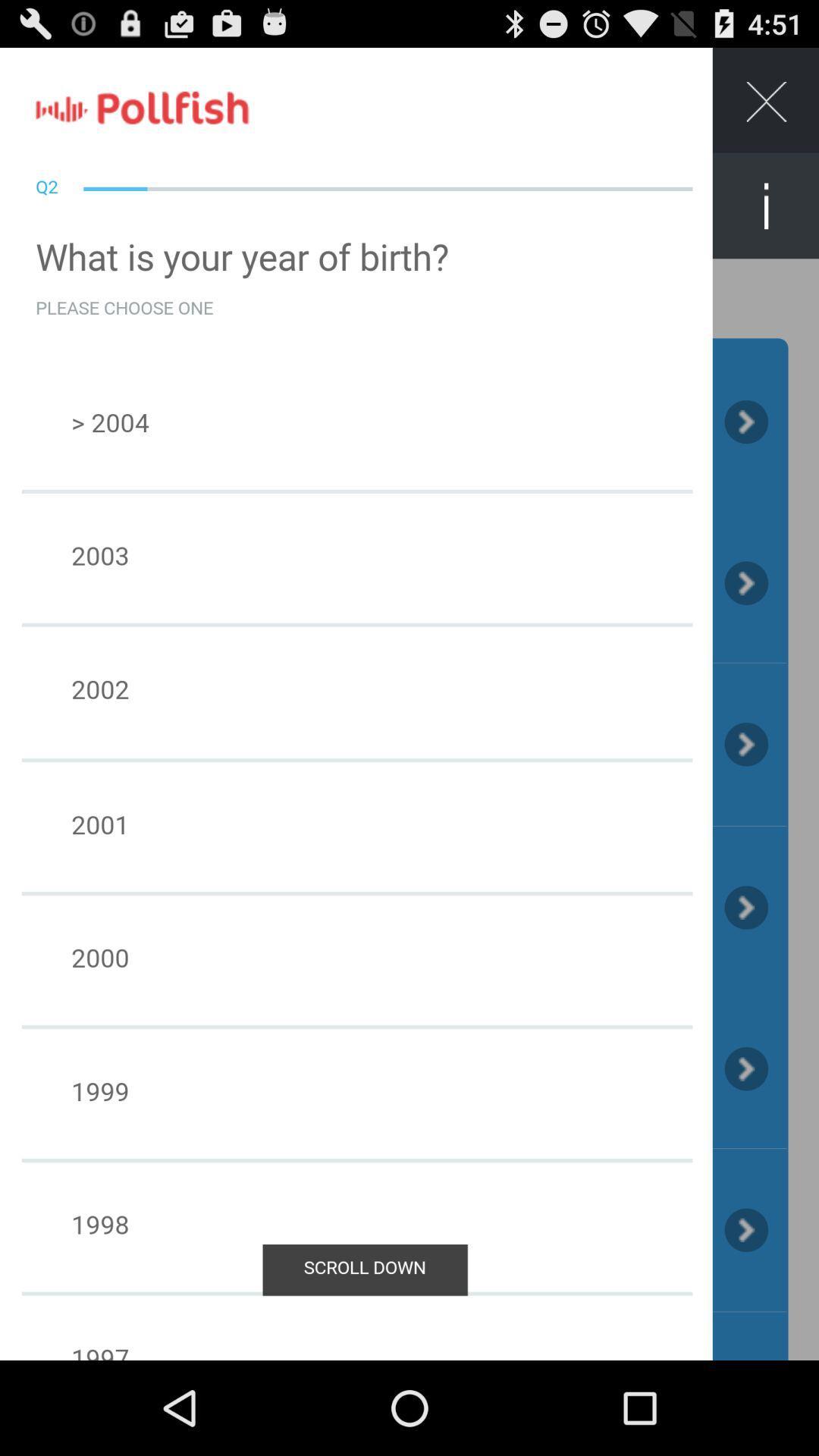 Image resolution: width=819 pixels, height=1456 pixels. I want to click on the icon at the top, so click(409, 96).